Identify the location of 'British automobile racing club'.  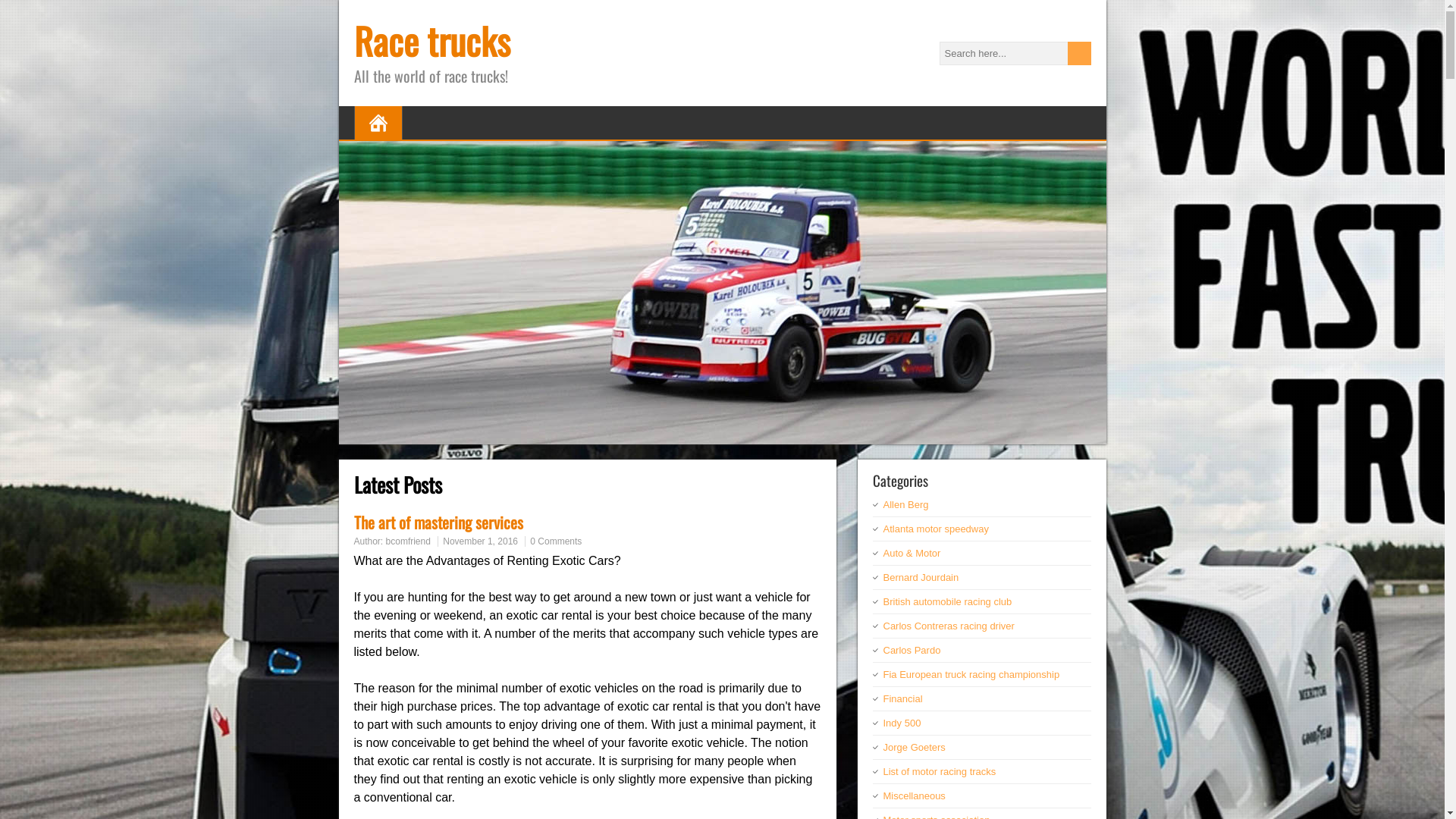
(946, 601).